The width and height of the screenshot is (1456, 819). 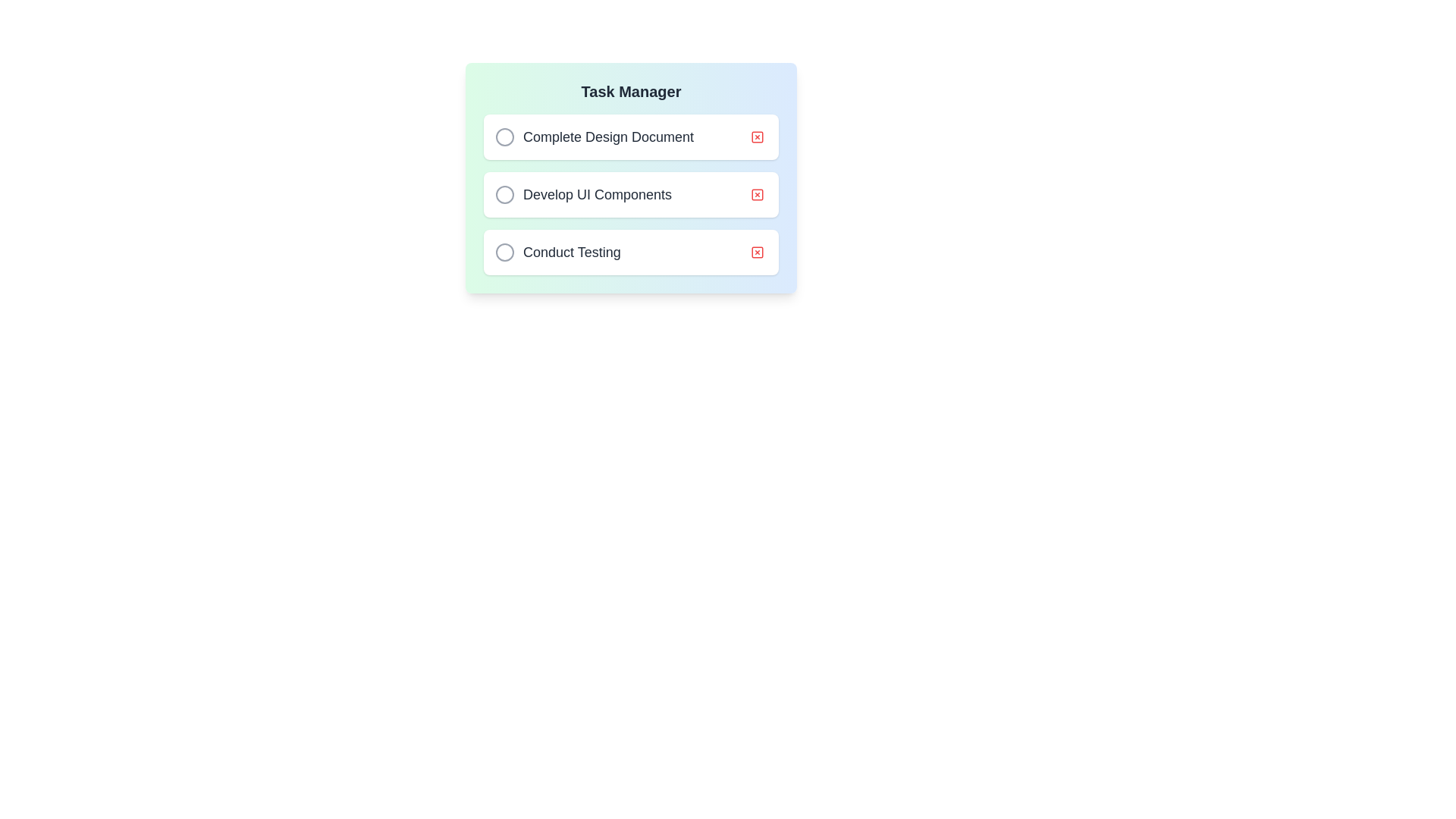 I want to click on the delete icon, which is part of the delete button for the task titled 'Develop UI Components' in the second position of the vertical task list, so click(x=757, y=194).